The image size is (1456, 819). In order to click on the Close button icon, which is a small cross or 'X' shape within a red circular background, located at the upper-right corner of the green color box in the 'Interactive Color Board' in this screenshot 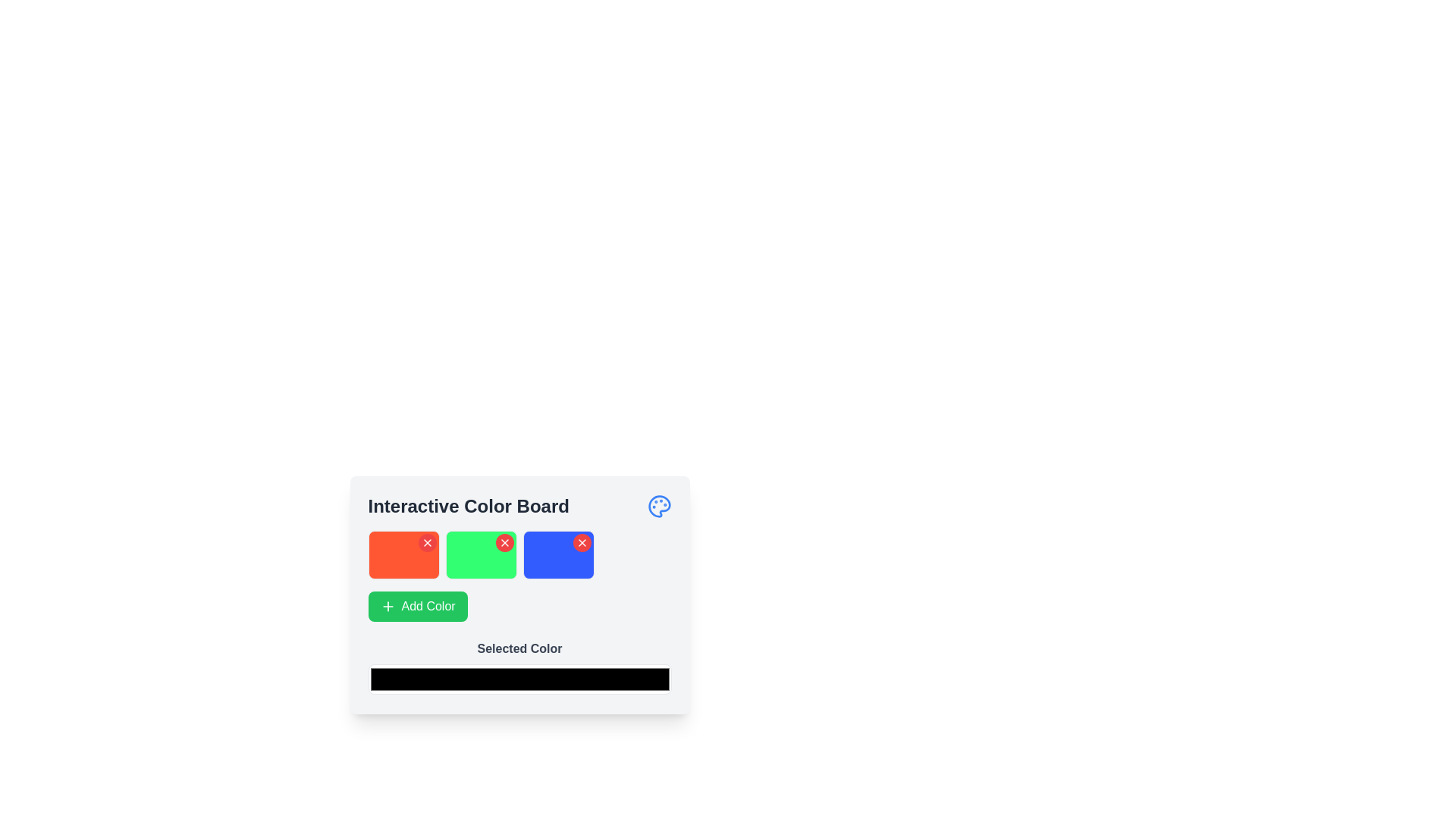, I will do `click(504, 542)`.